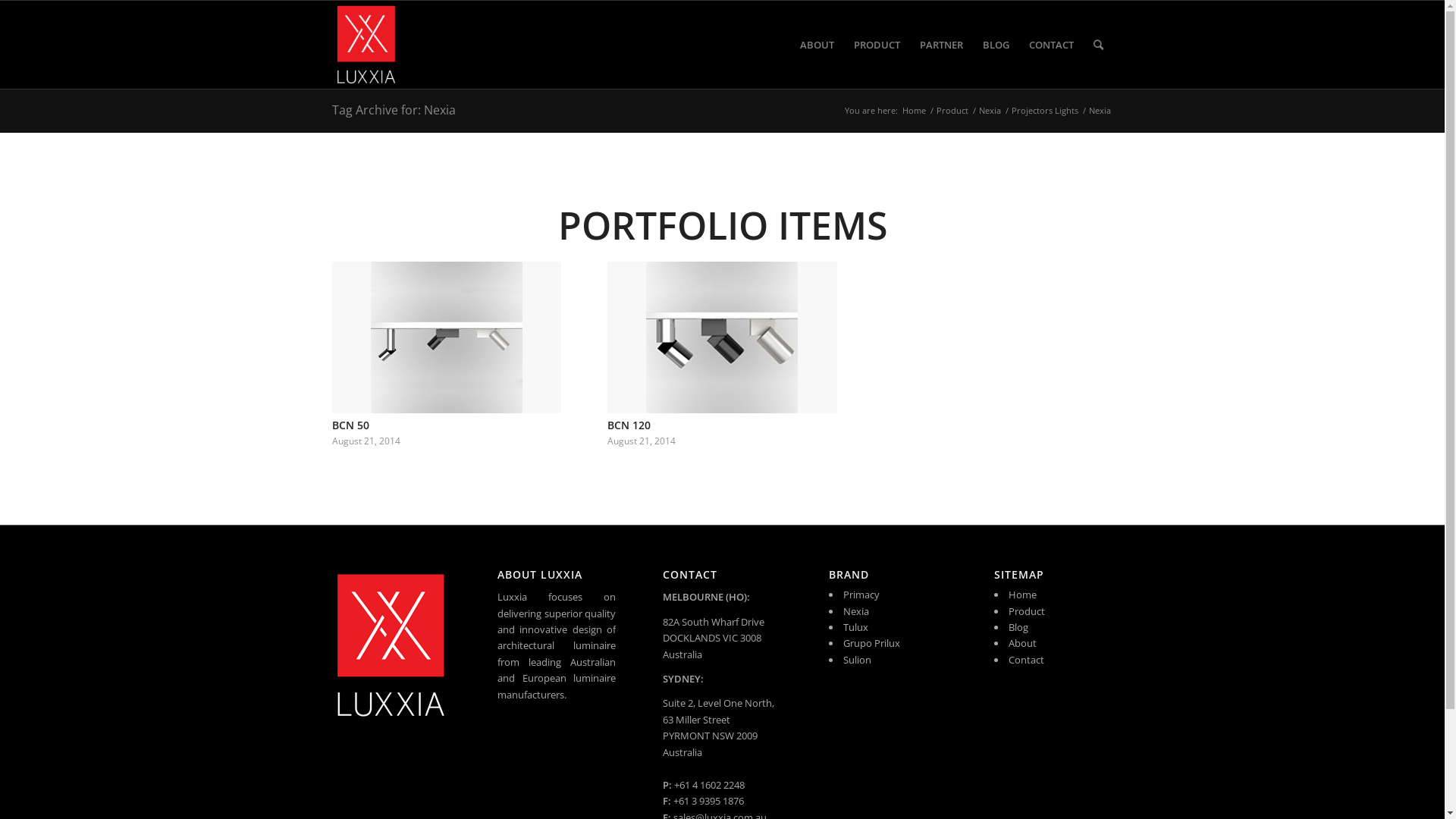 Image resolution: width=1456 pixels, height=819 pixels. I want to click on 'Tag Archive for: Nexia', so click(331, 109).